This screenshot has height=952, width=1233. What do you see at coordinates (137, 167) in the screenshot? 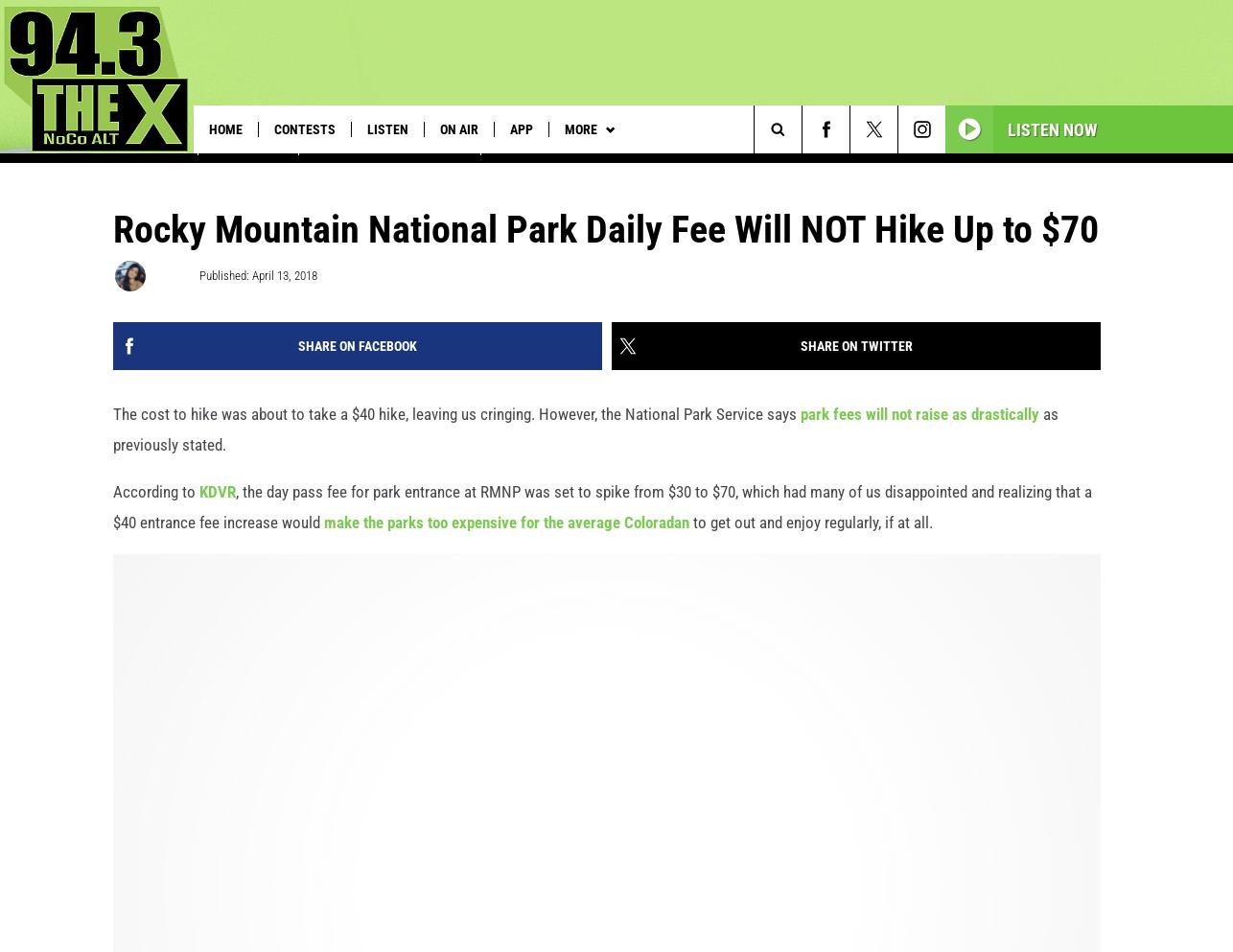
I see `'See U2 in Vegas'` at bounding box center [137, 167].